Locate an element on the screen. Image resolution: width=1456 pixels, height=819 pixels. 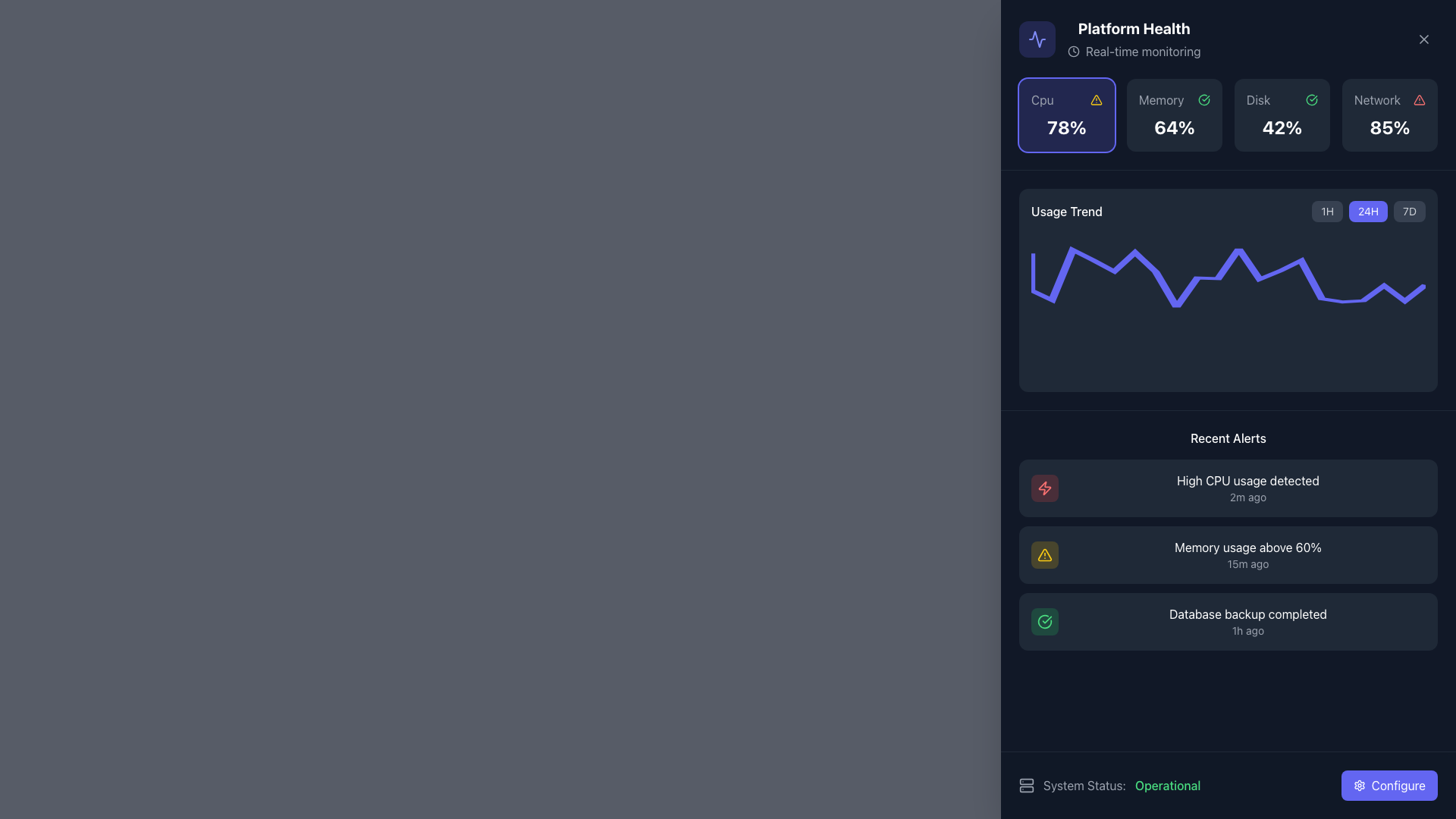
the alert icon next to the 'CPU 78%' label in the 'Platform Health' section, which indicates a critical status related to CPU usage is located at coordinates (1419, 99).